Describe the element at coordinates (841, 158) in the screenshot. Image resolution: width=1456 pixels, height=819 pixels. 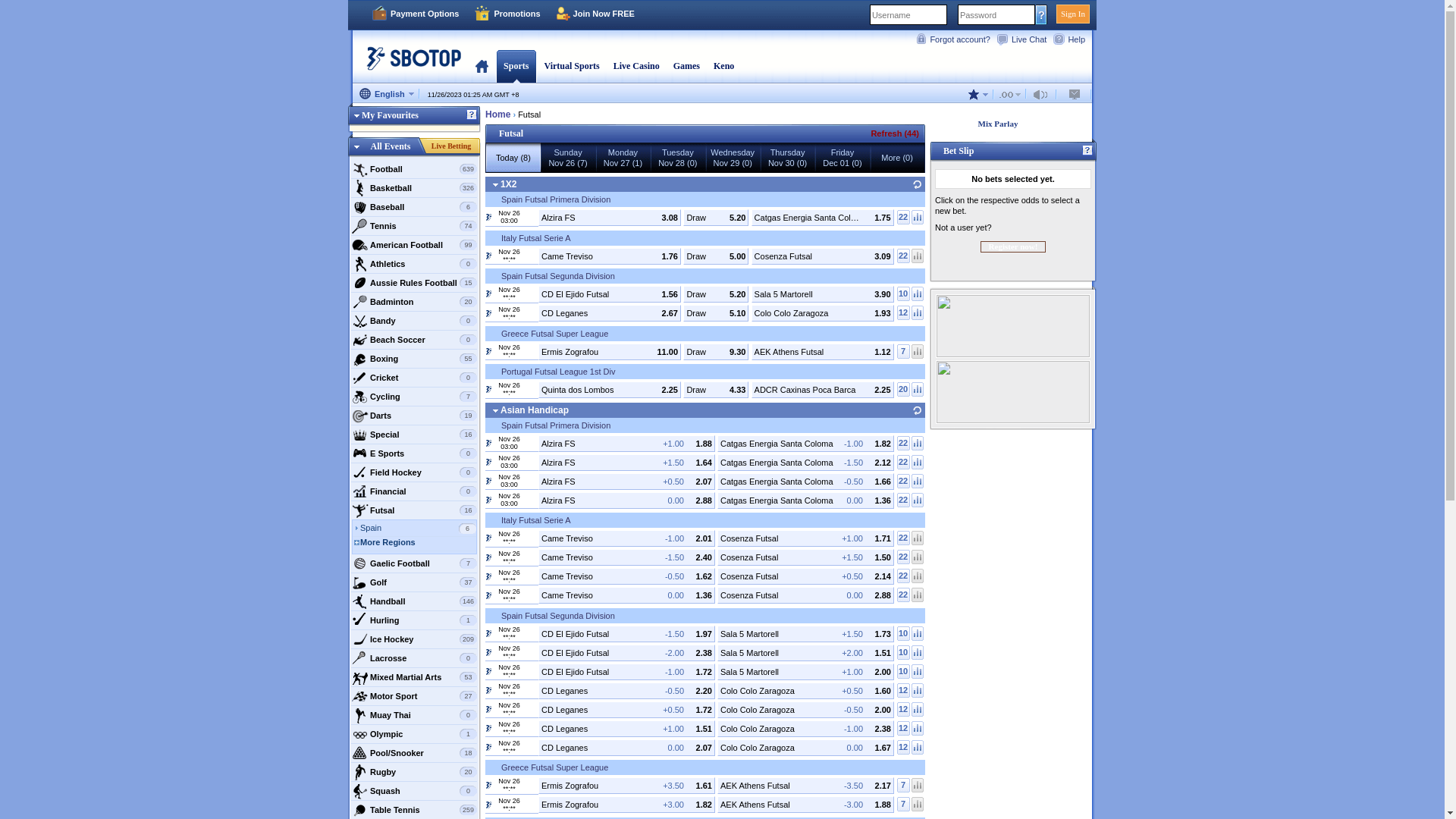
I see `'Friday` at that location.